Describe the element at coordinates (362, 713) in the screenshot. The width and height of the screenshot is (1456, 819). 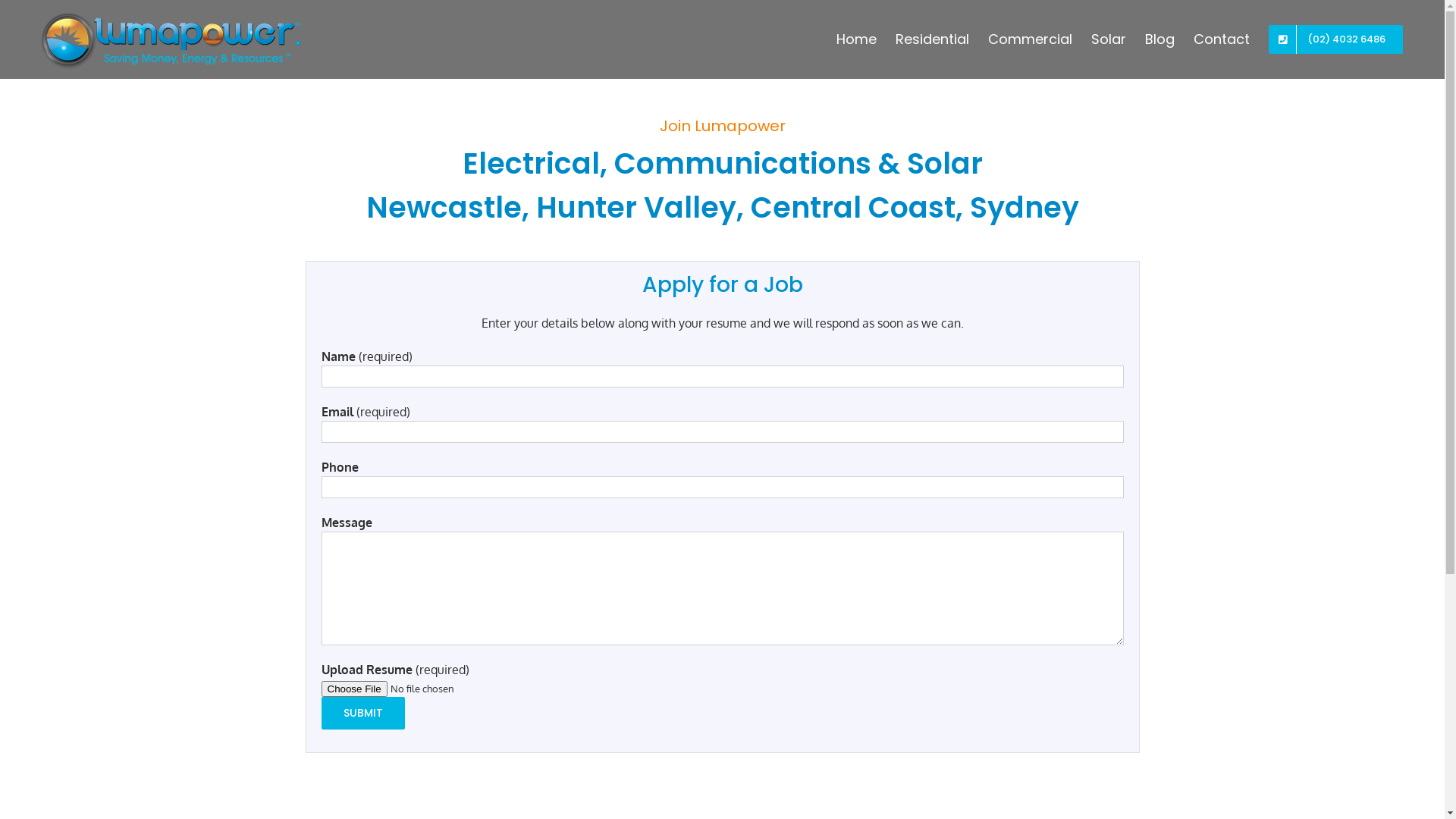
I see `'Submit'` at that location.